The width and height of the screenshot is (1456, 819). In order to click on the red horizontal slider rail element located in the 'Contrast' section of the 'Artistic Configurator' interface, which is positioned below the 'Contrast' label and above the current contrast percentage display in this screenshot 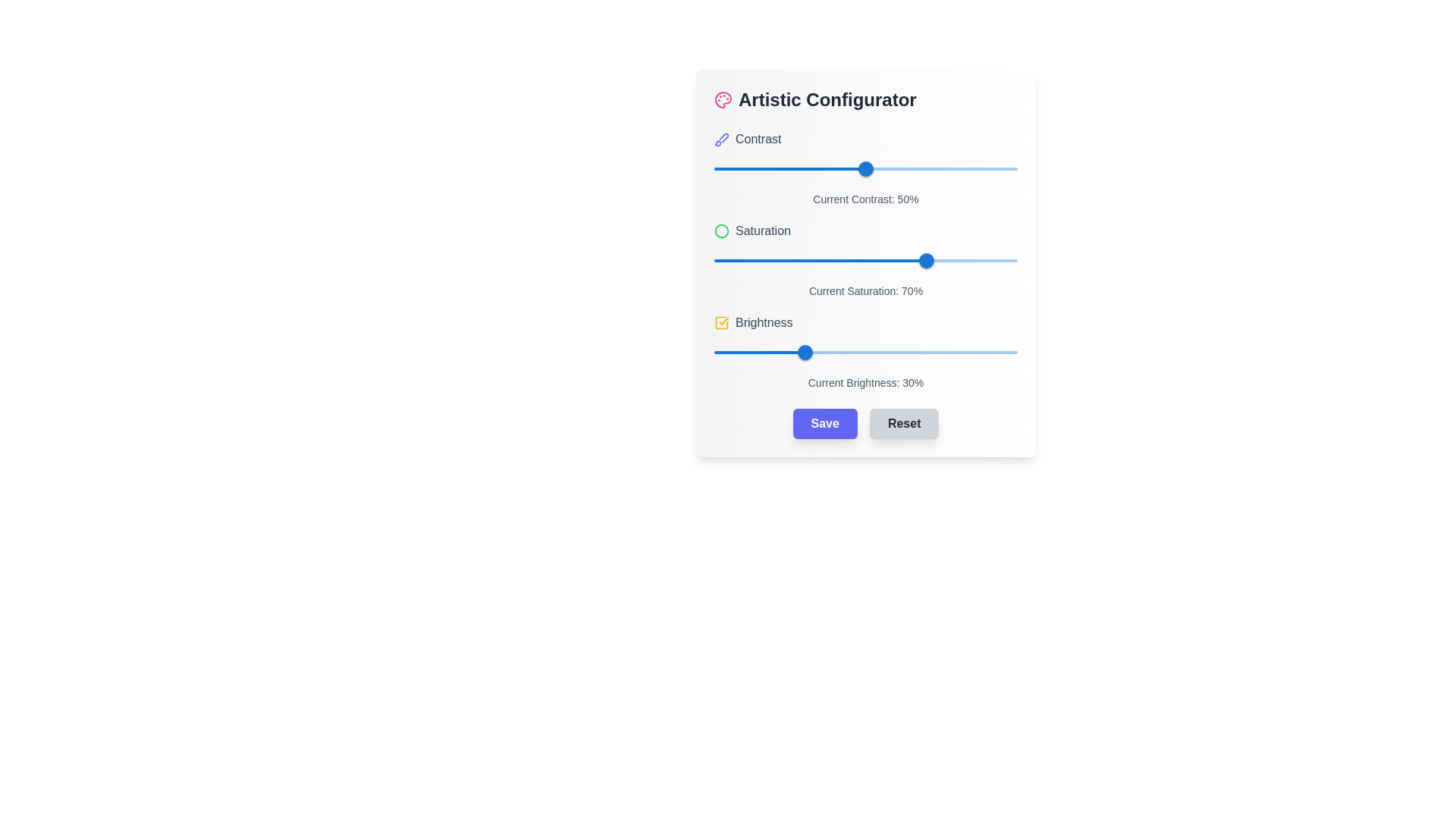, I will do `click(866, 169)`.